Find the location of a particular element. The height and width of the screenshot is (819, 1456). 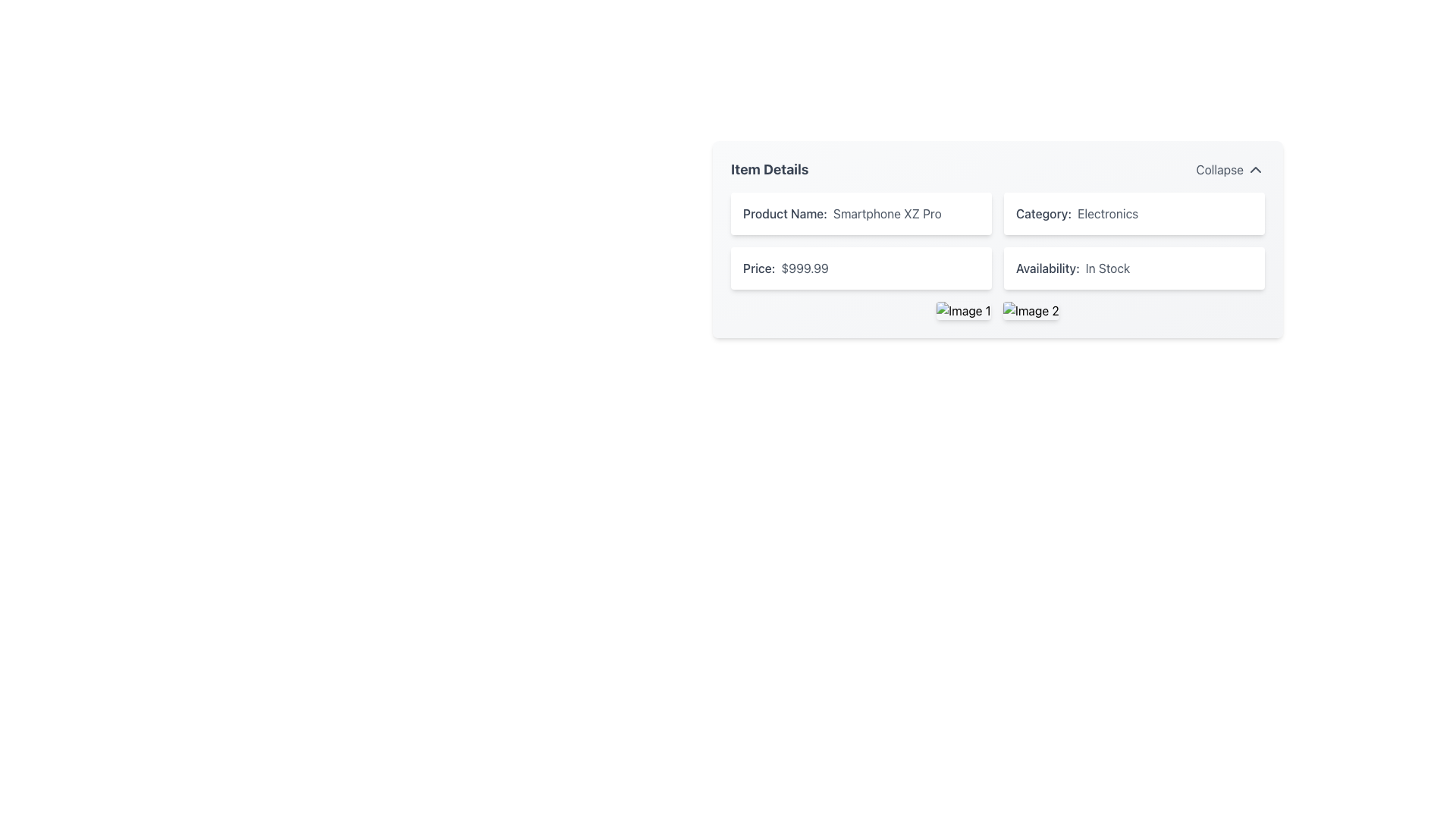

the Text Label that identifies the purpose of the adjoining 'In Stock' text, indicating product availability is located at coordinates (1046, 268).